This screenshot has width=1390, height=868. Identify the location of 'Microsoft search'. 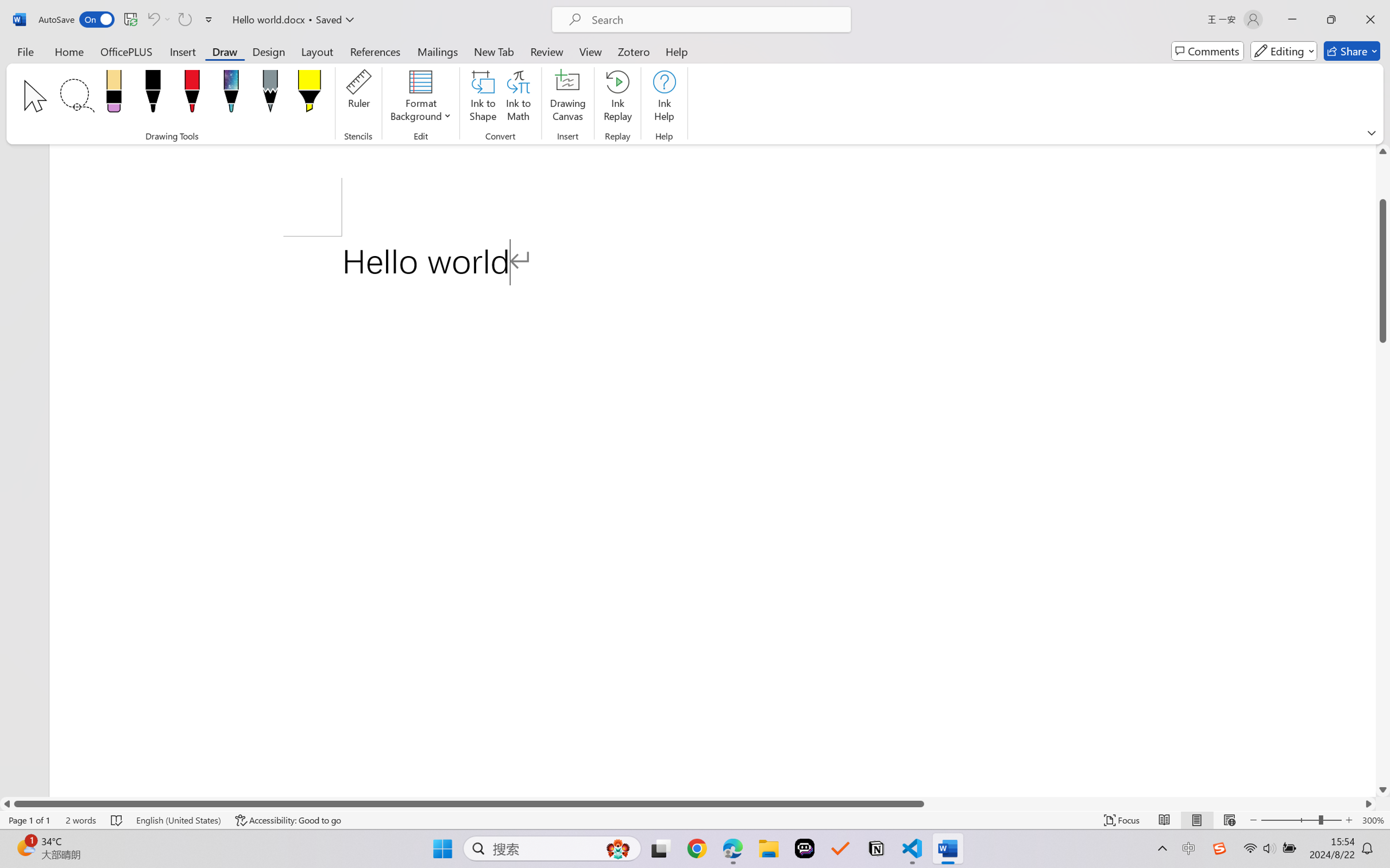
(716, 19).